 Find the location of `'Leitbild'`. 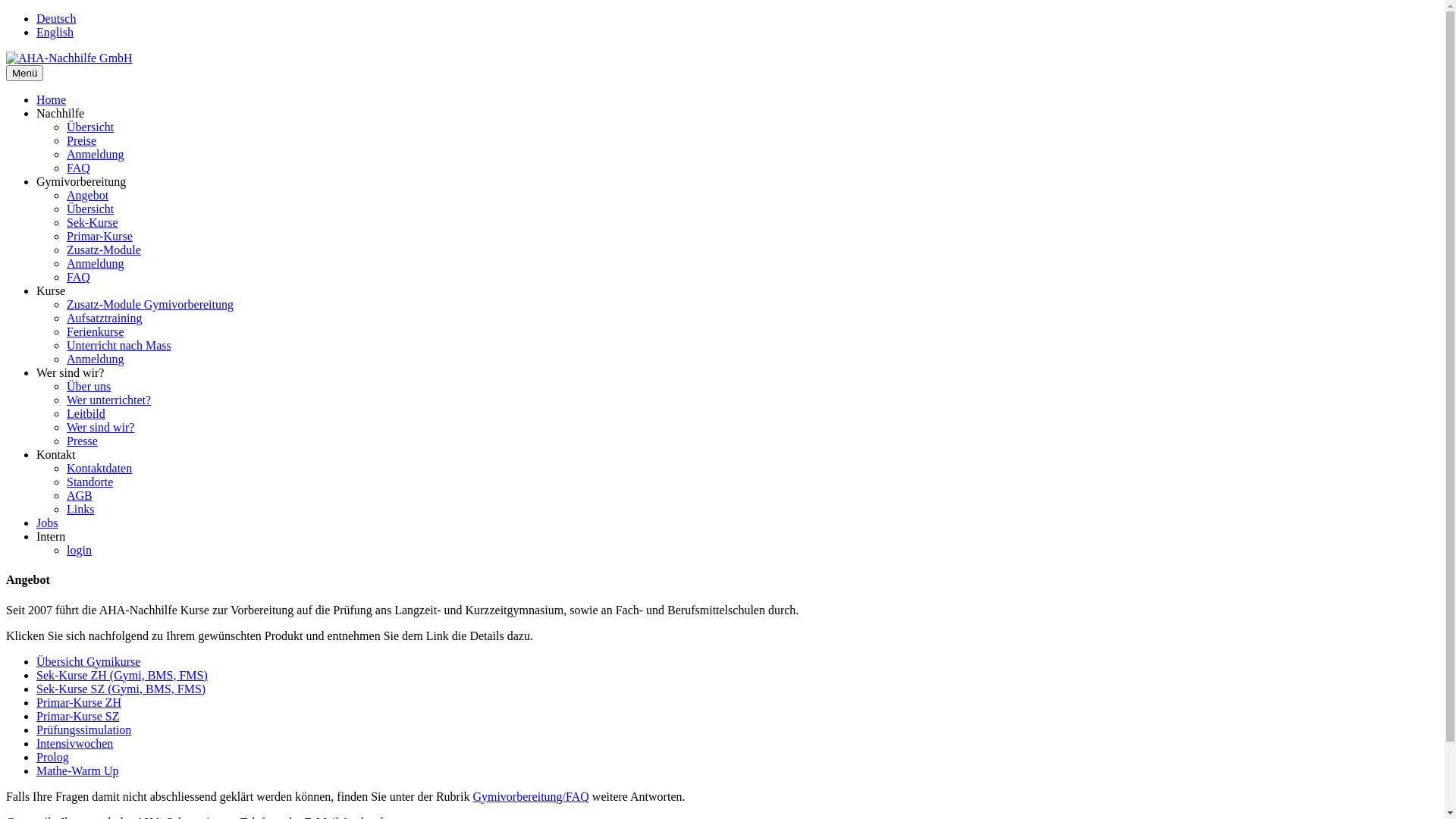

'Leitbild' is located at coordinates (85, 413).